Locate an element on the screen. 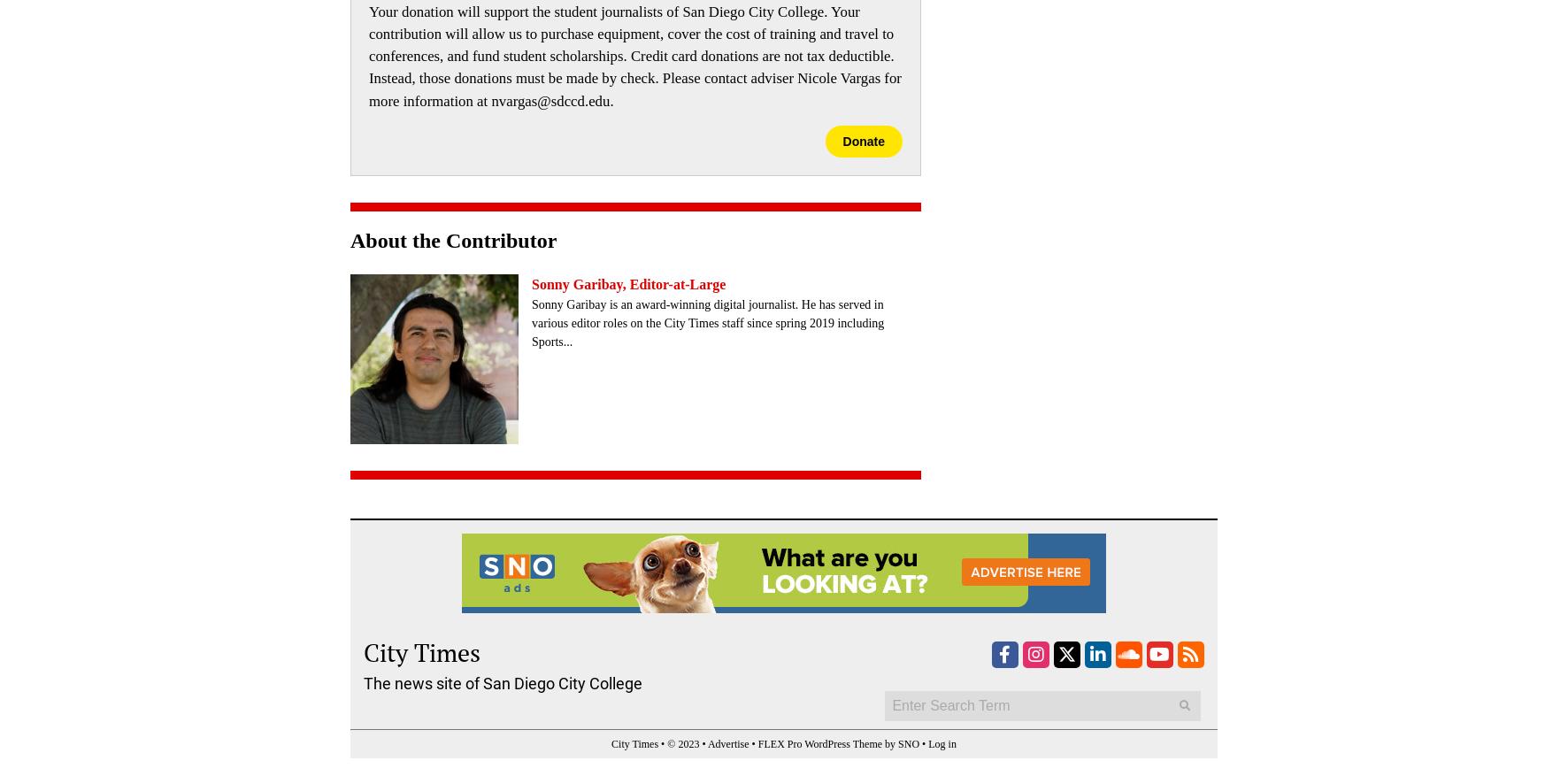 The width and height of the screenshot is (1568, 776). 'Advertise' is located at coordinates (727, 744).